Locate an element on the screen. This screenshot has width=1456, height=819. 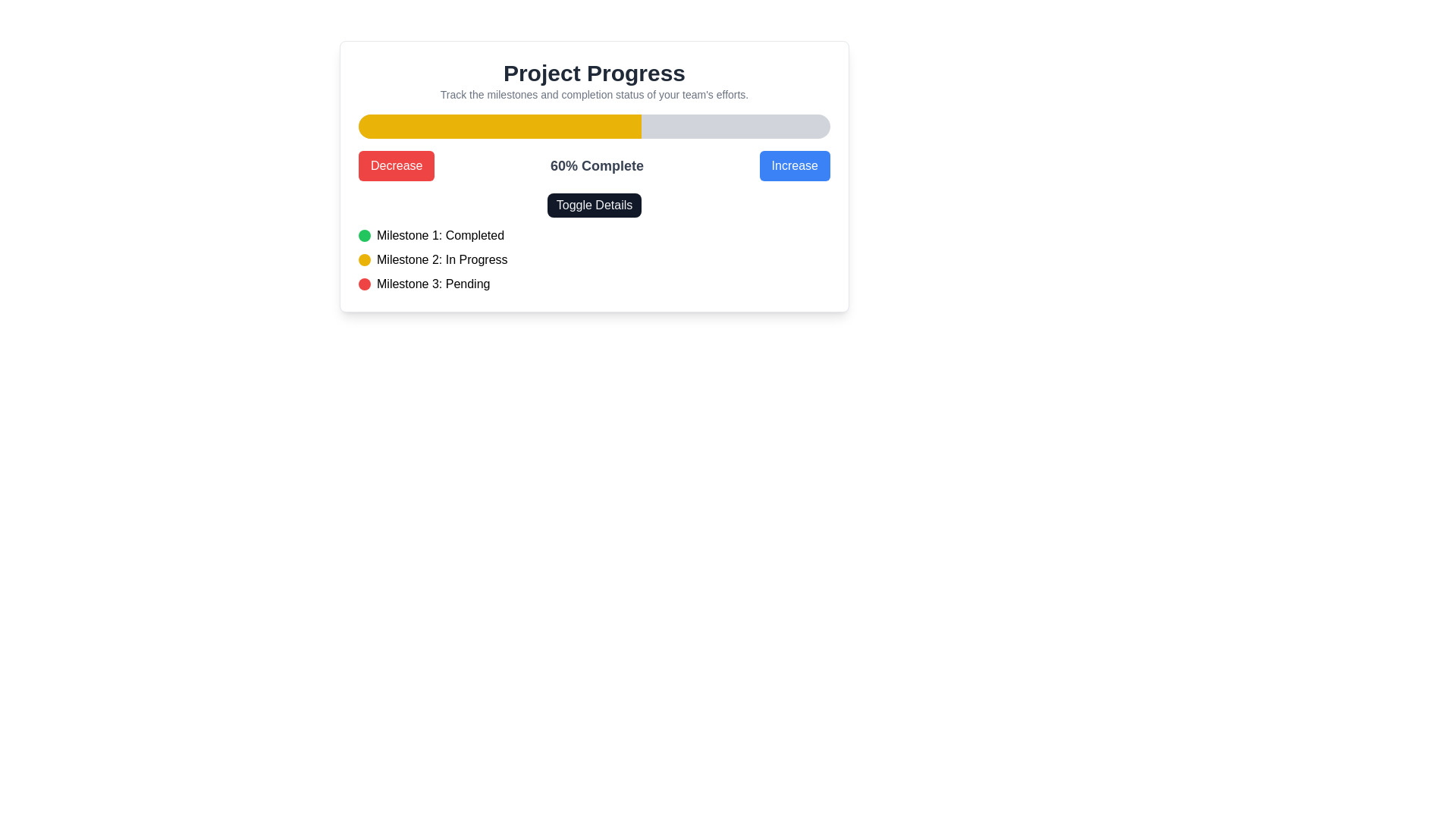
the small circular green indicator that is positioned next to the text 'Milestone 1: Completed' is located at coordinates (364, 236).